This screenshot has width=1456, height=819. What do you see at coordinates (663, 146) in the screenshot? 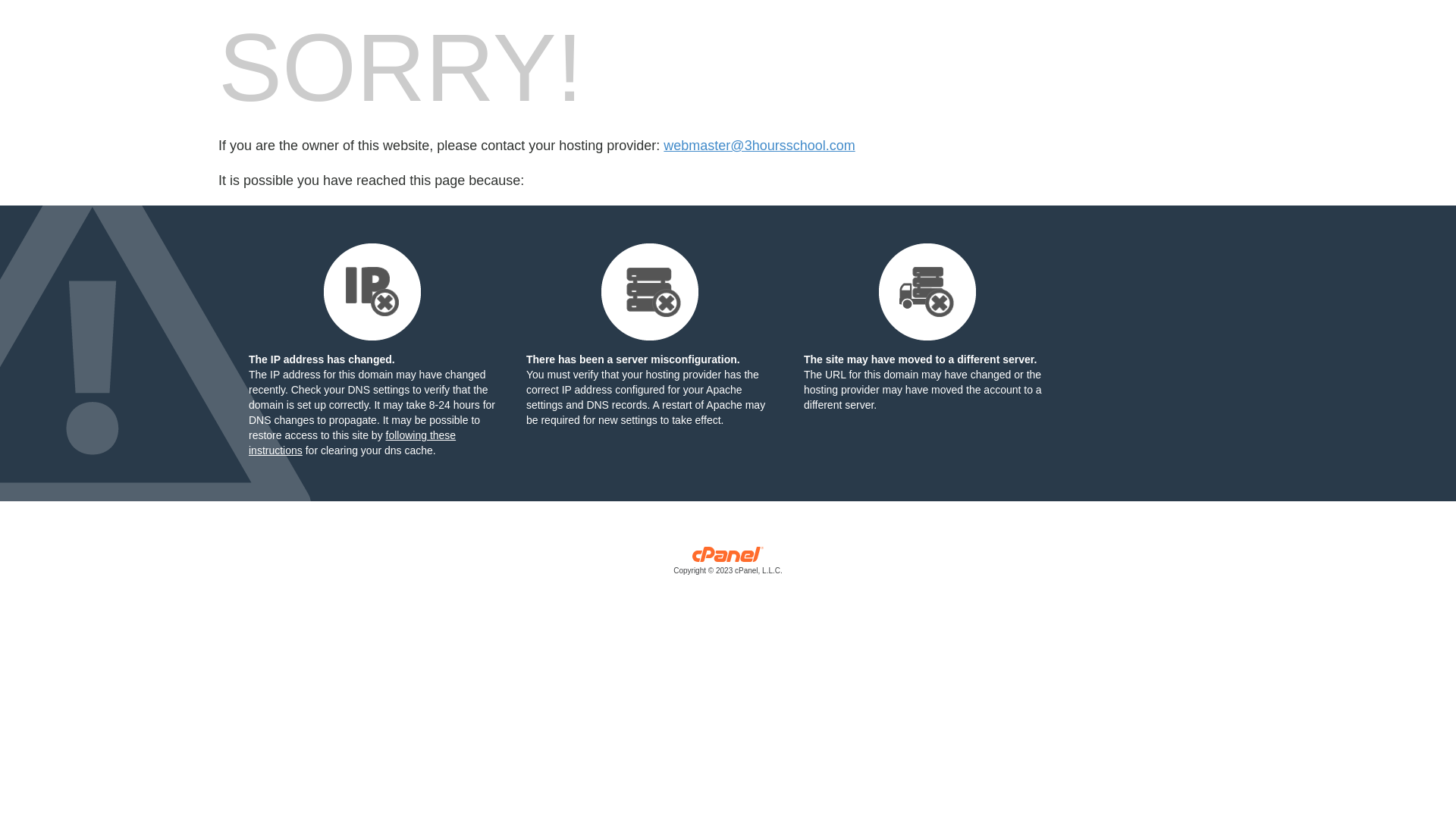
I see `'webmaster@3hoursschool.com'` at bounding box center [663, 146].